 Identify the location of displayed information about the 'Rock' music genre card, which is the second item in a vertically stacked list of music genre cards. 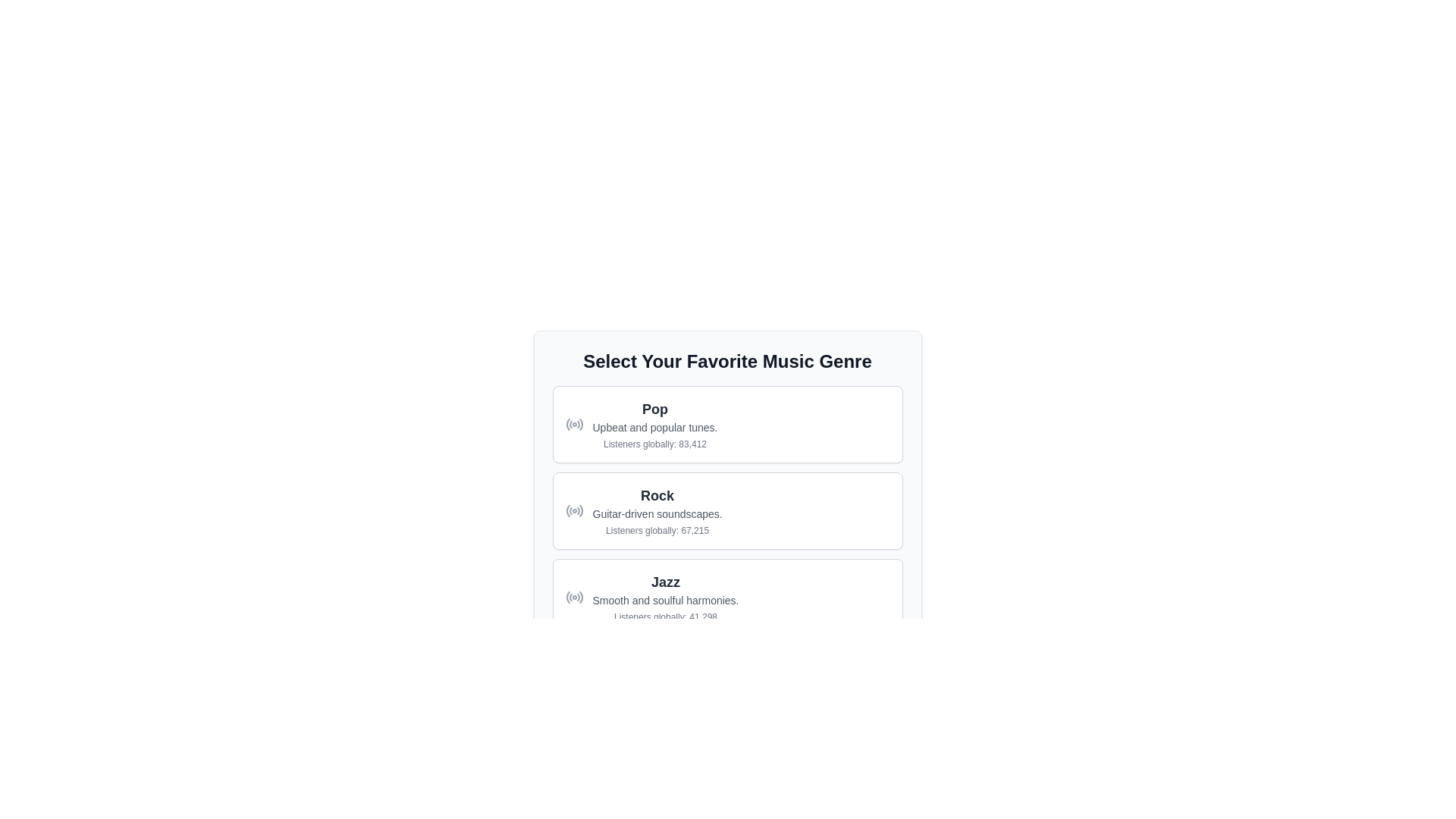
(726, 511).